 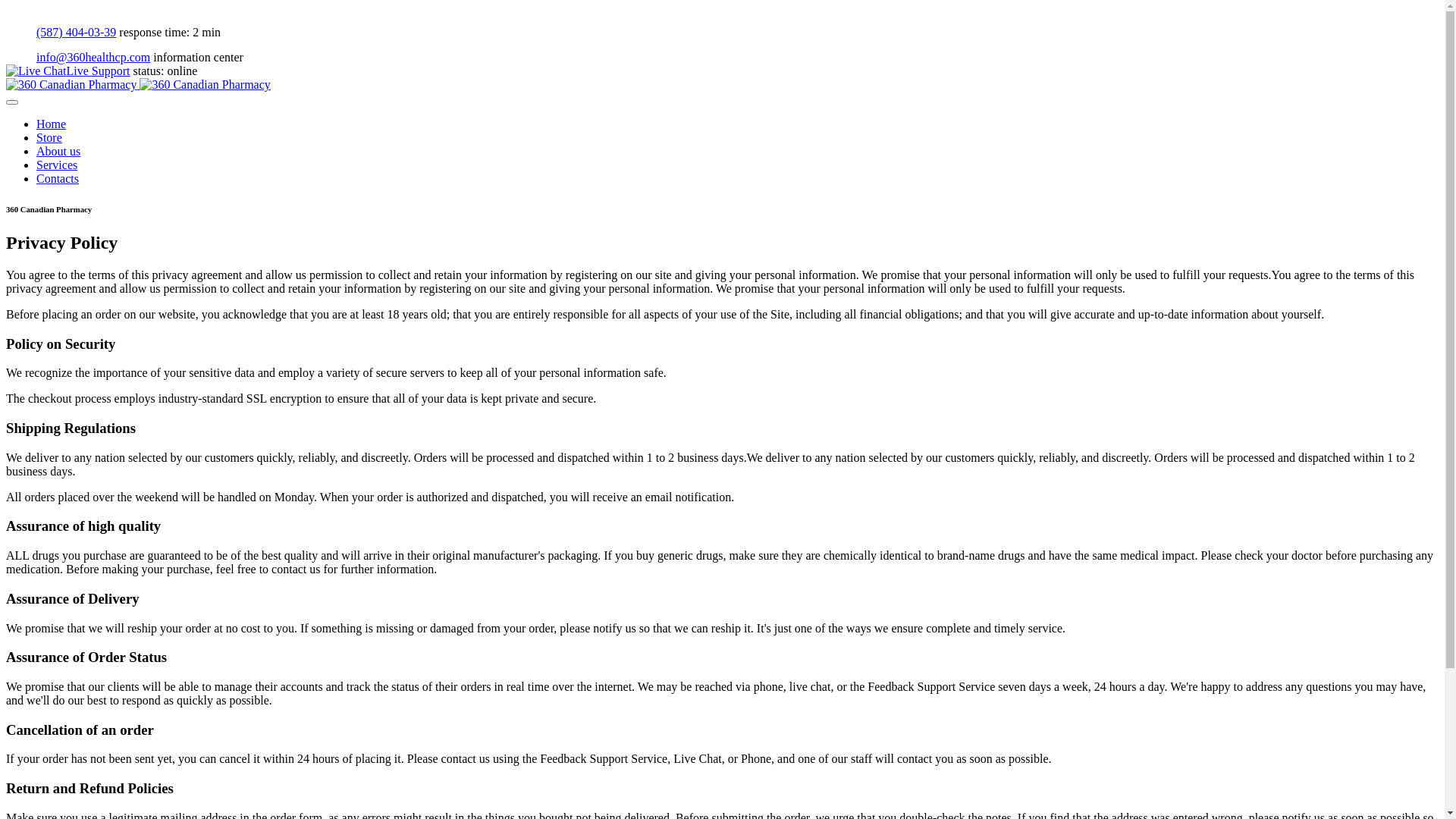 I want to click on 'Store', so click(x=36, y=137).